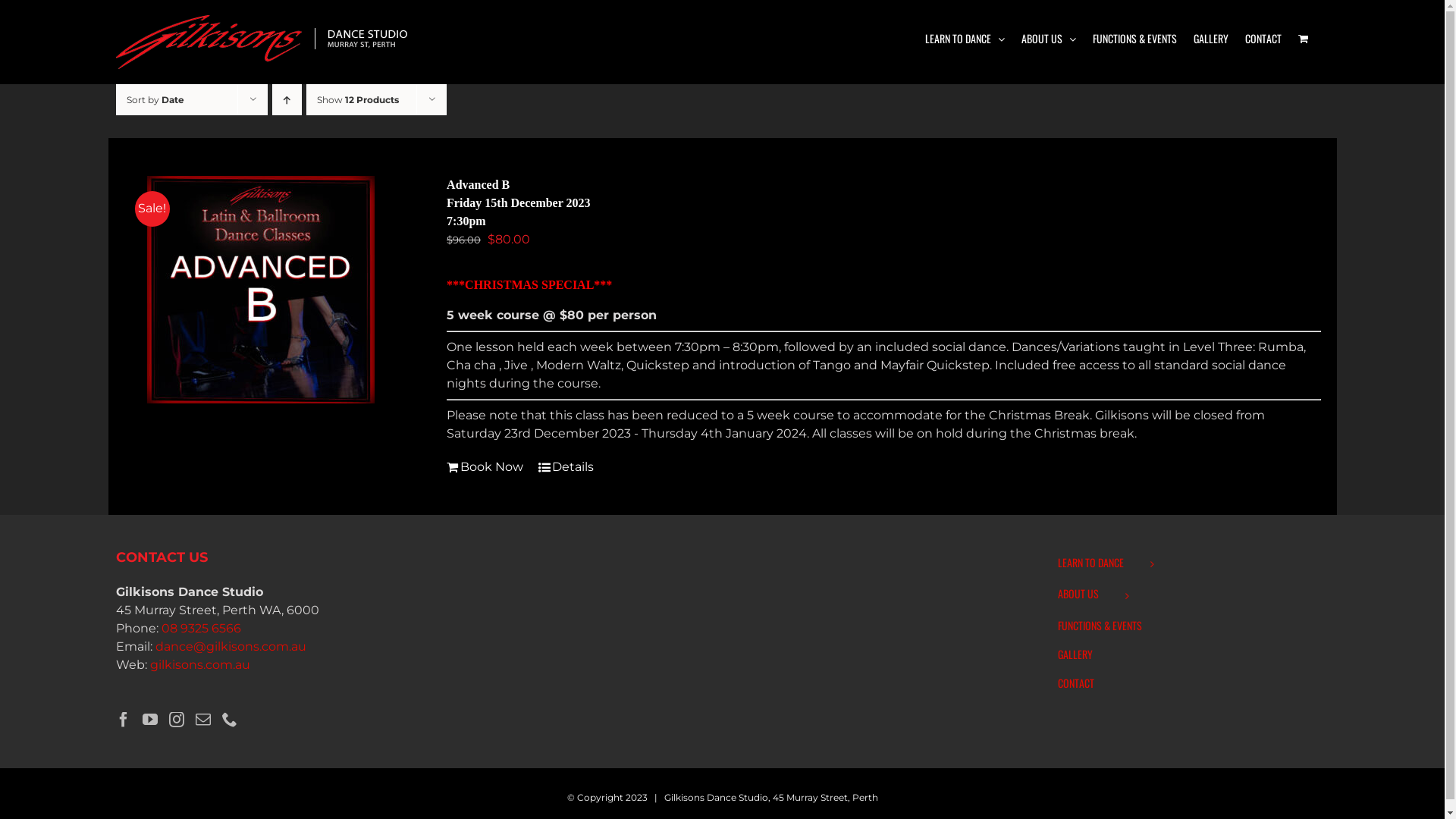 Image resolution: width=1456 pixels, height=819 pixels. What do you see at coordinates (160, 628) in the screenshot?
I see `'08 9325 6566'` at bounding box center [160, 628].